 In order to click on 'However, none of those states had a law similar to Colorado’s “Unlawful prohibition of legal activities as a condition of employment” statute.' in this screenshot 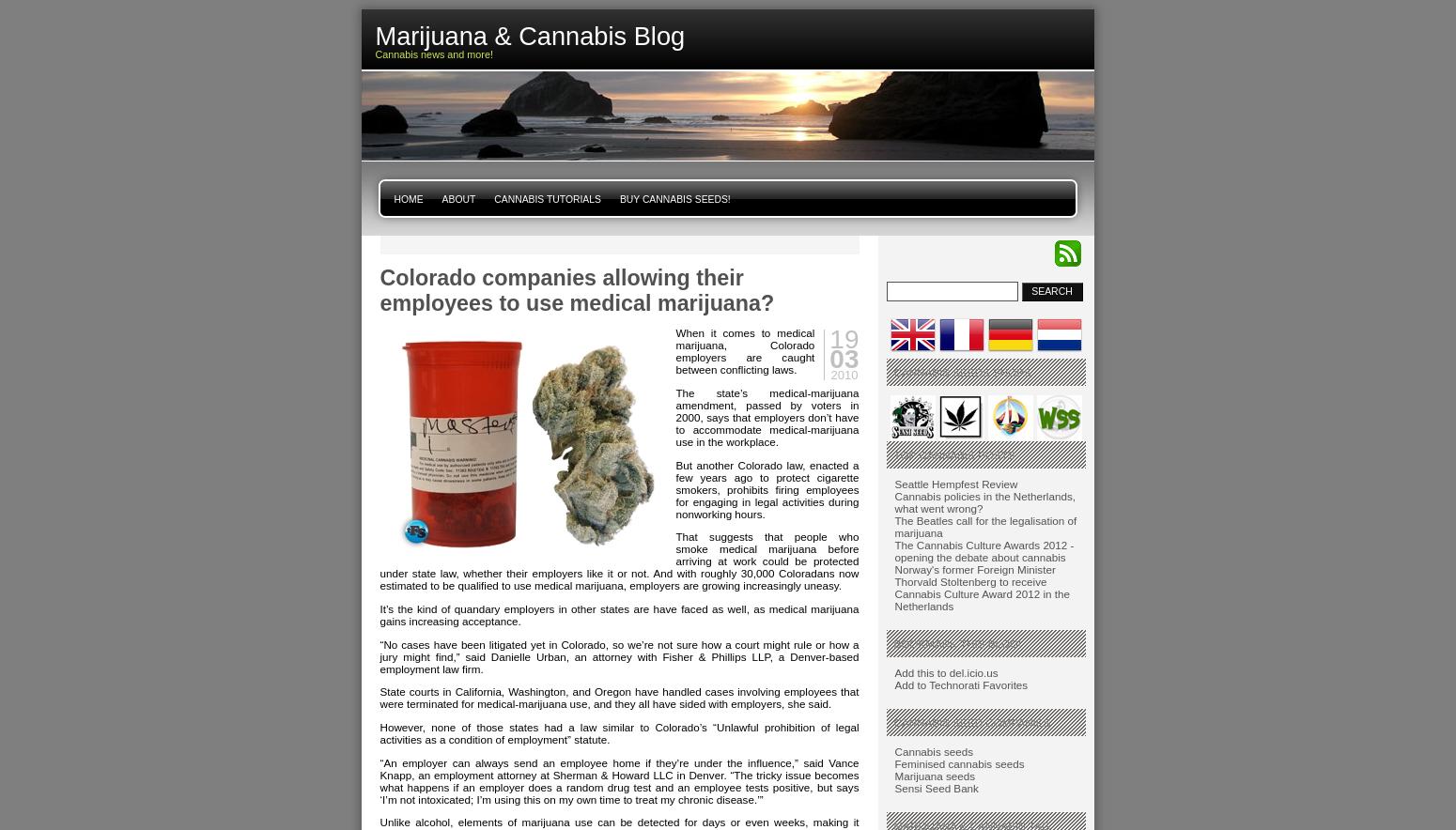, I will do `click(618, 731)`.